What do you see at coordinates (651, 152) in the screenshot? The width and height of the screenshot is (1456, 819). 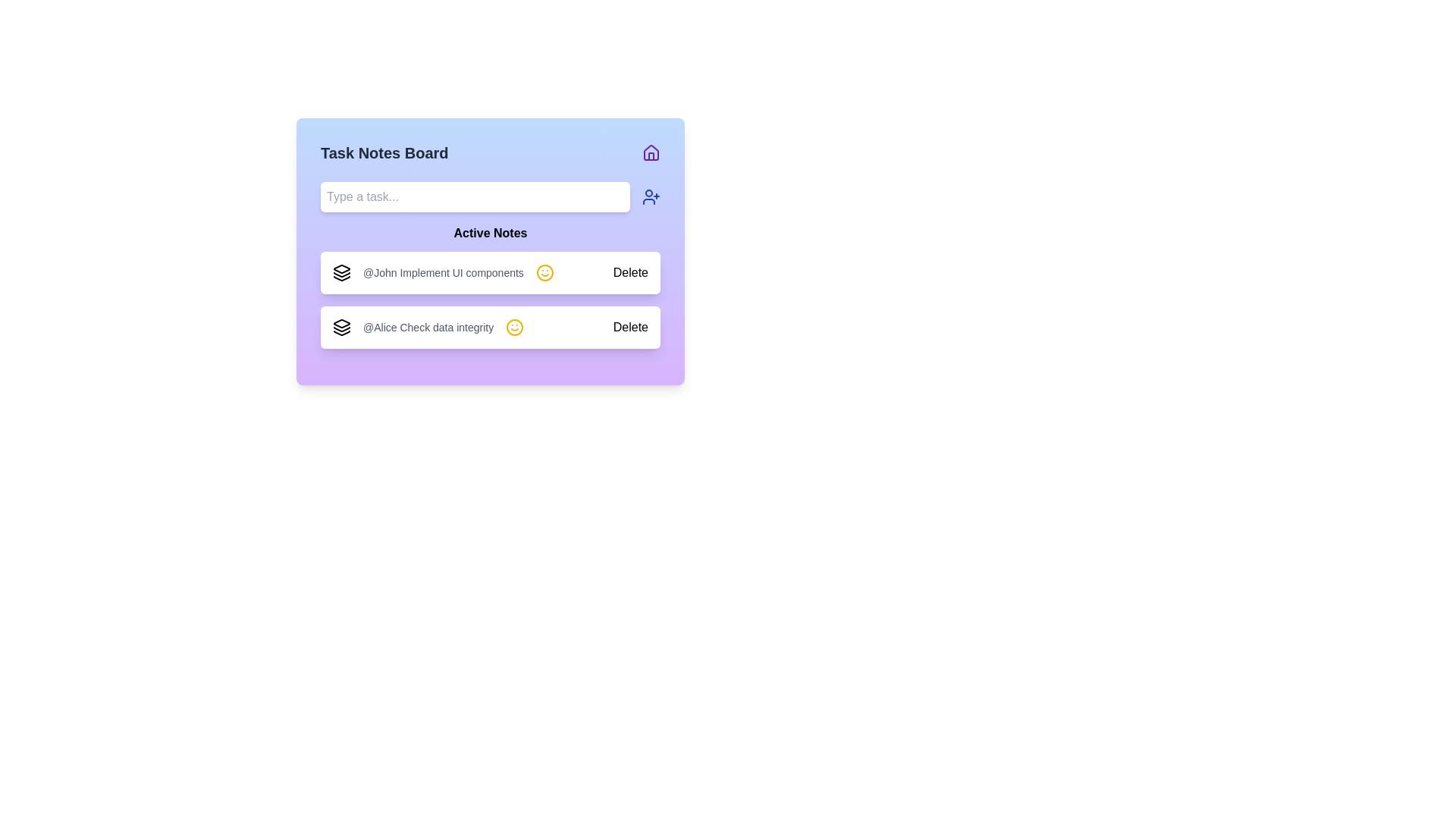 I see `the icon located in the top-right corner of the 'Task Notes Board' header` at bounding box center [651, 152].